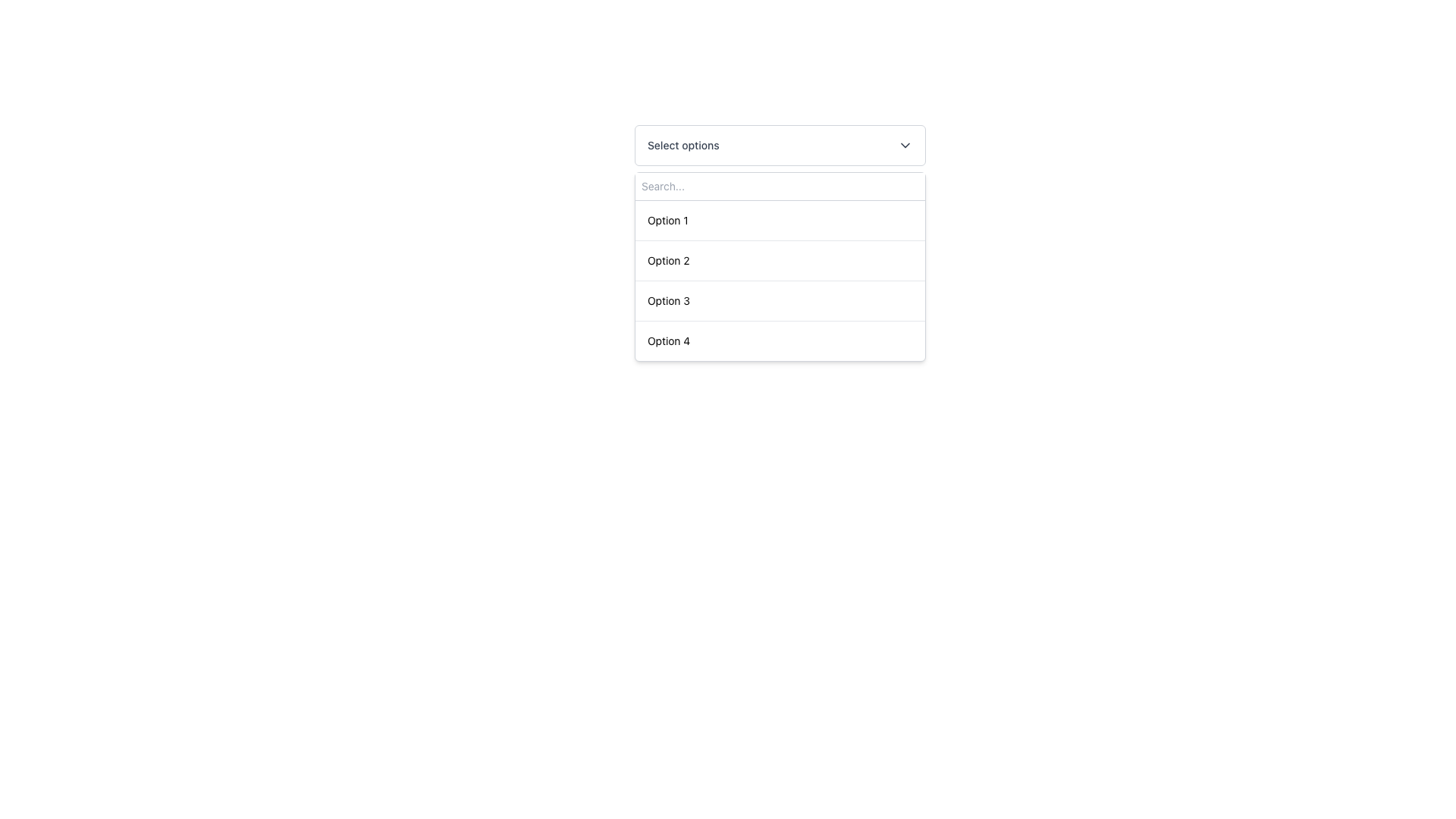 The width and height of the screenshot is (1456, 819). I want to click on the text label containing 'Option 3' in the dropdown list, so click(667, 301).